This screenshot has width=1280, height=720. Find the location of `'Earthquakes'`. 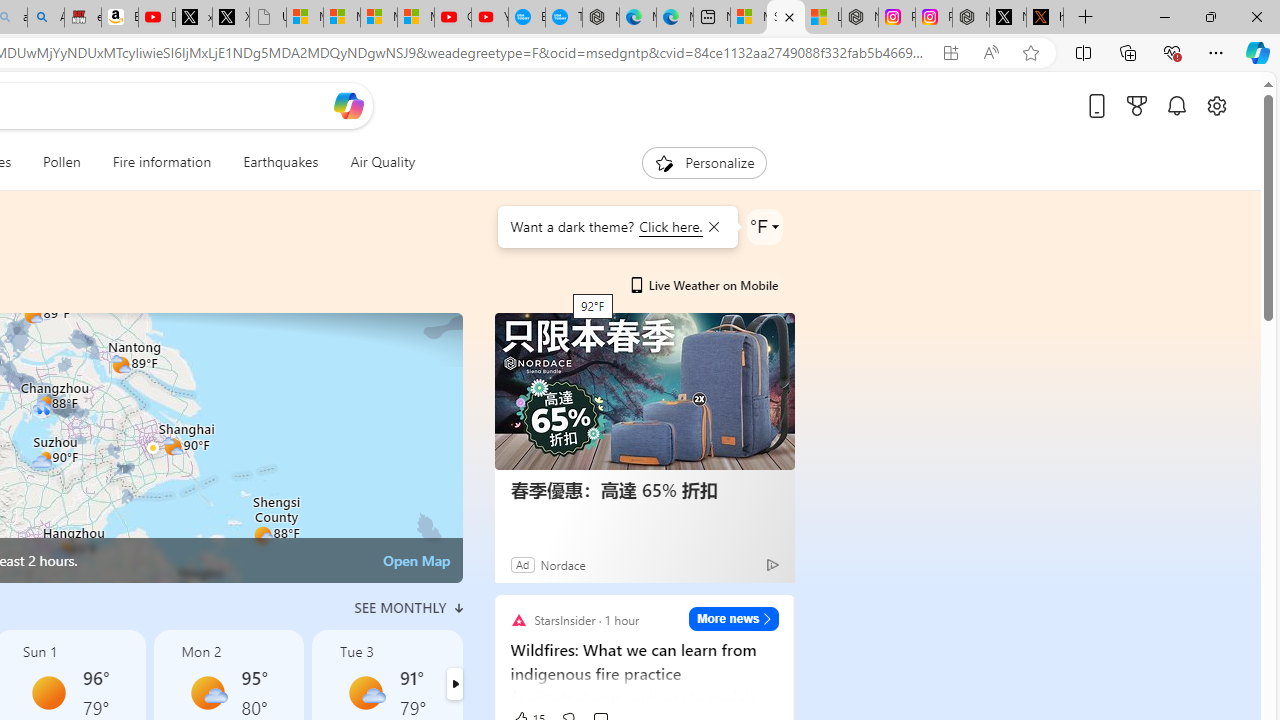

'Earthquakes' is located at coordinates (279, 162).